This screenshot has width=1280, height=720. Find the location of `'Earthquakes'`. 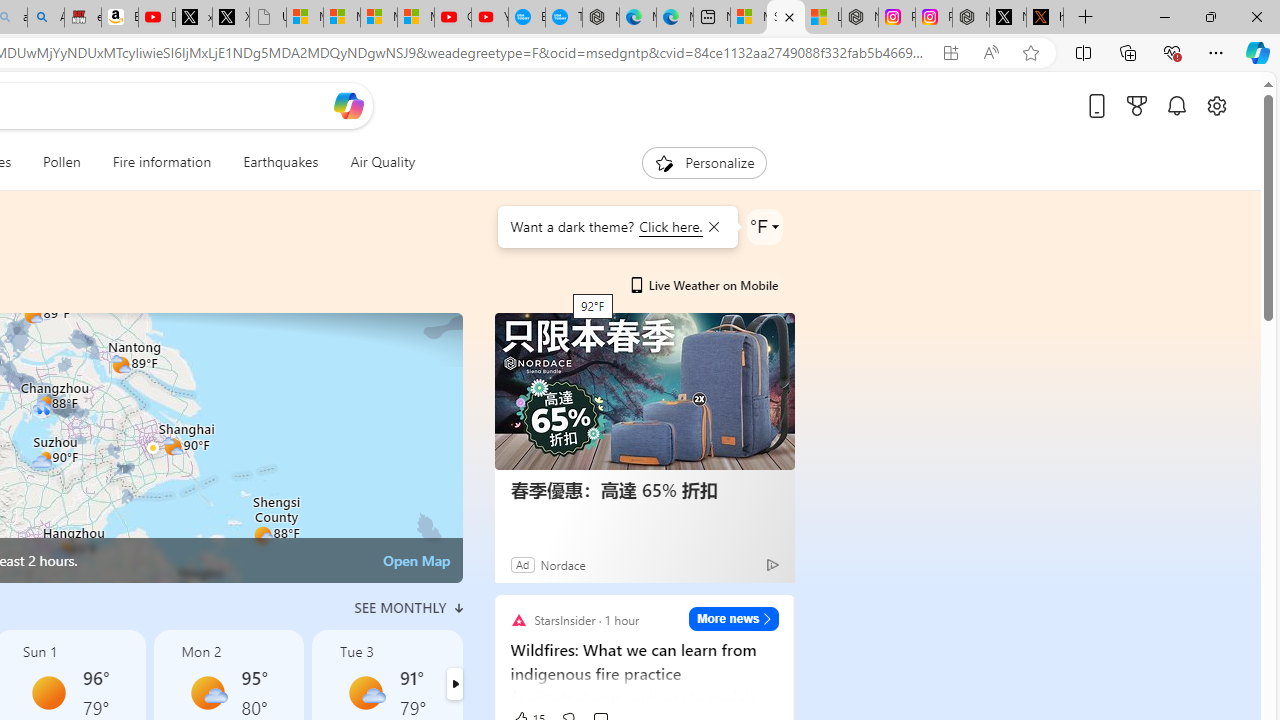

'Earthquakes' is located at coordinates (279, 162).